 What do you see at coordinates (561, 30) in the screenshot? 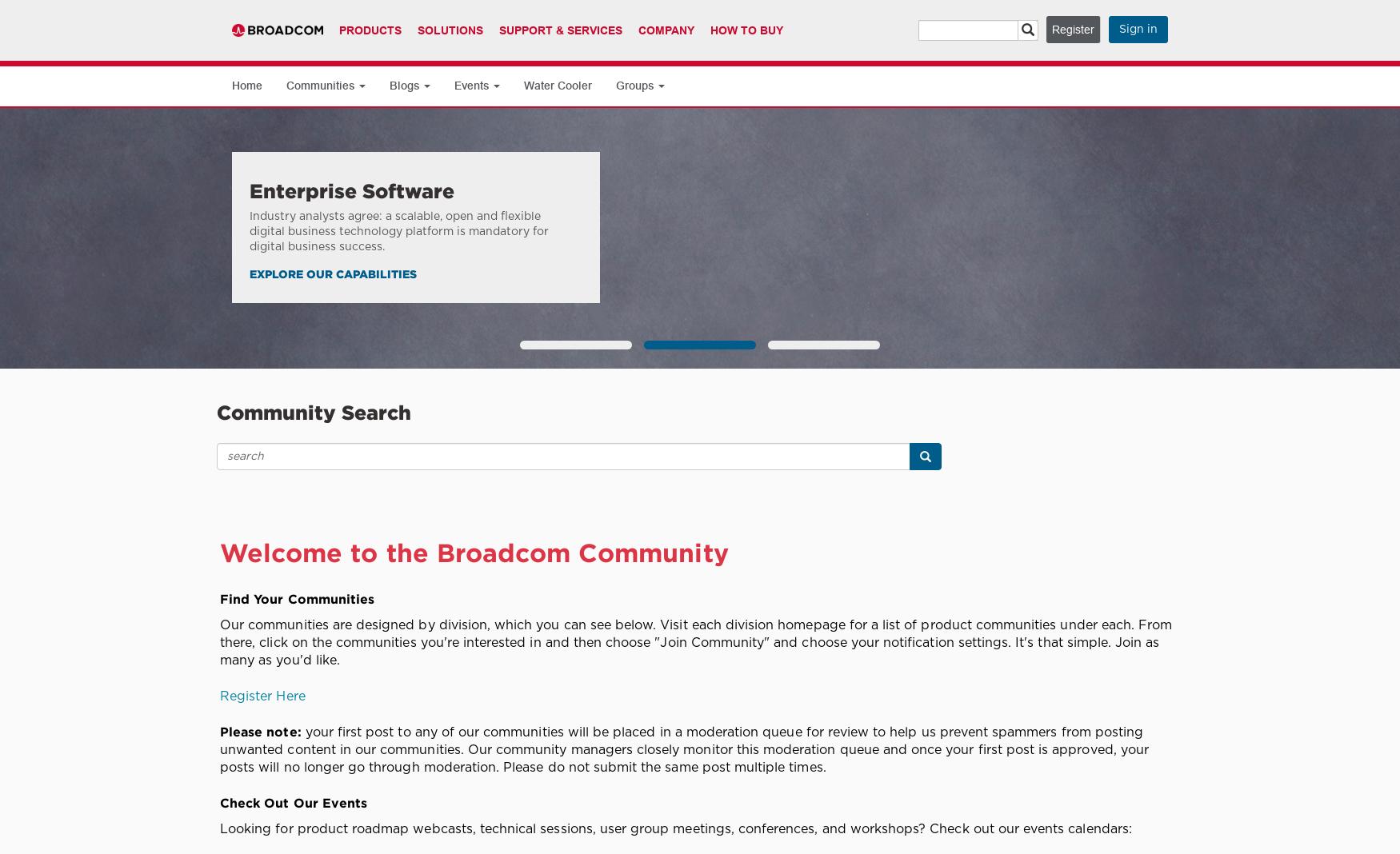
I see `'Support & Services'` at bounding box center [561, 30].